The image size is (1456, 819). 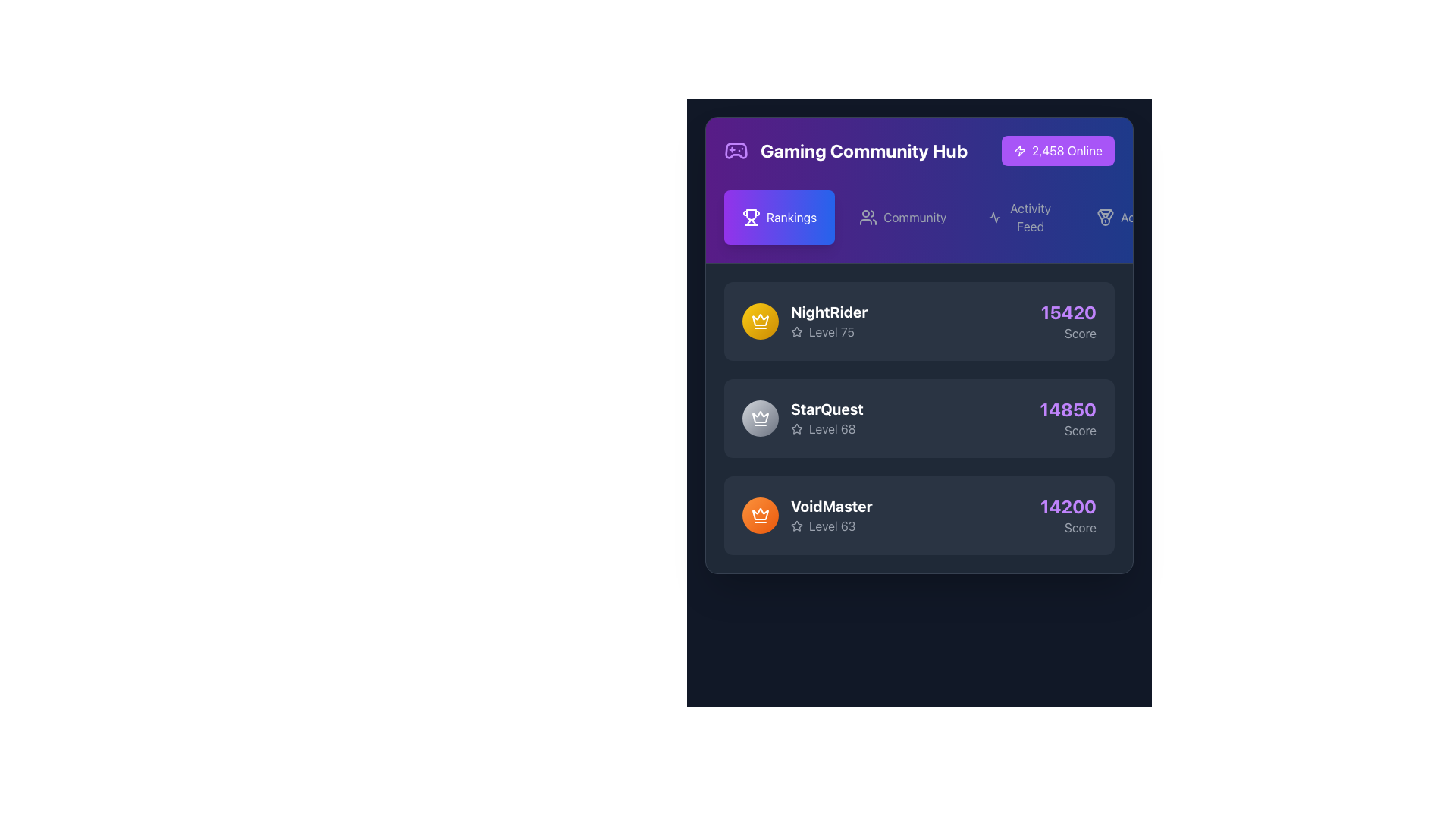 What do you see at coordinates (736, 151) in the screenshot?
I see `the stylized gamepad icon in the top-left corner of the page, which is rendered in a purple tint and located above the 'Gaming Community Hub' text` at bounding box center [736, 151].